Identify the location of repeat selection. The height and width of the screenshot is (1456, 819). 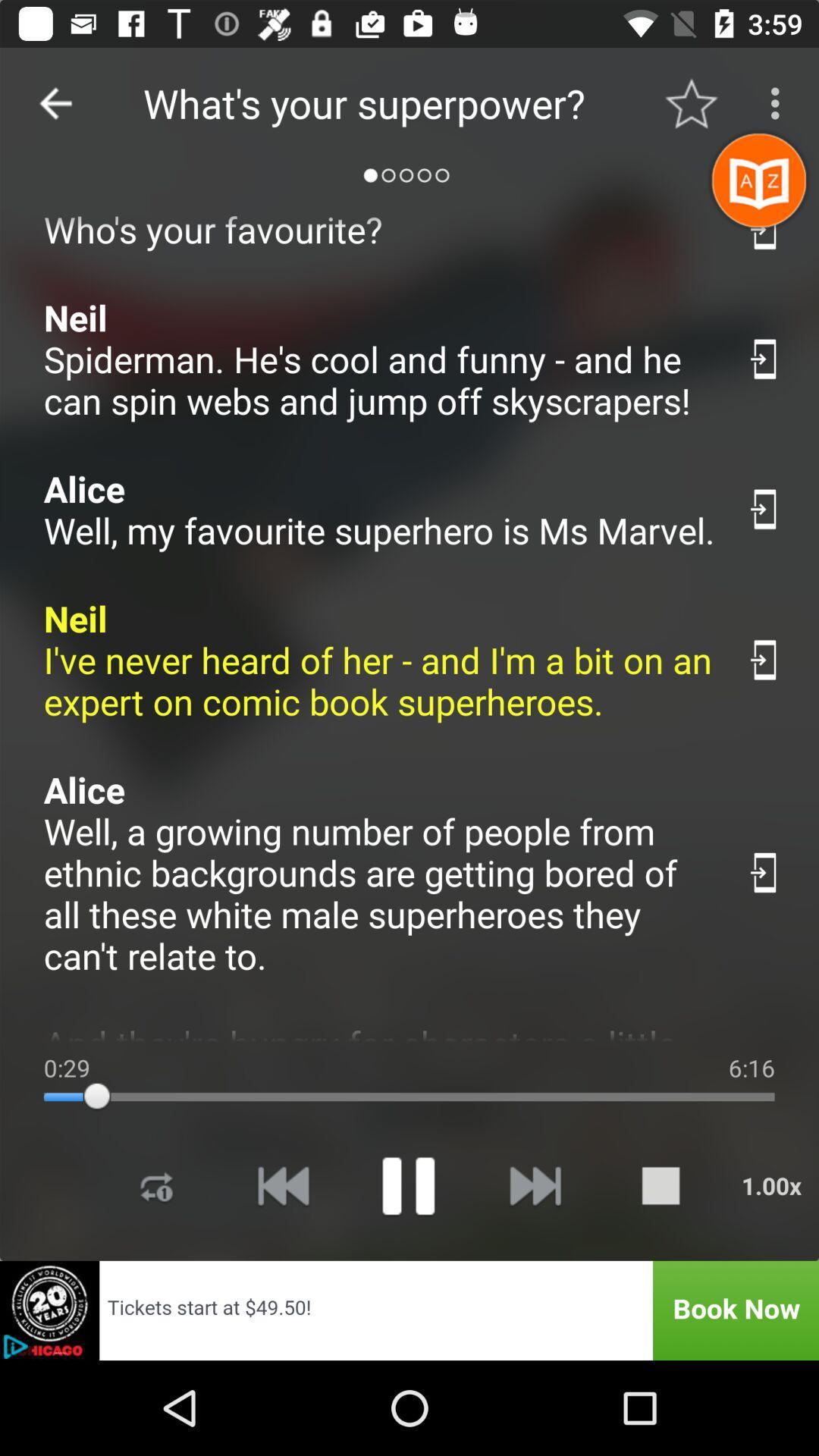
(157, 1185).